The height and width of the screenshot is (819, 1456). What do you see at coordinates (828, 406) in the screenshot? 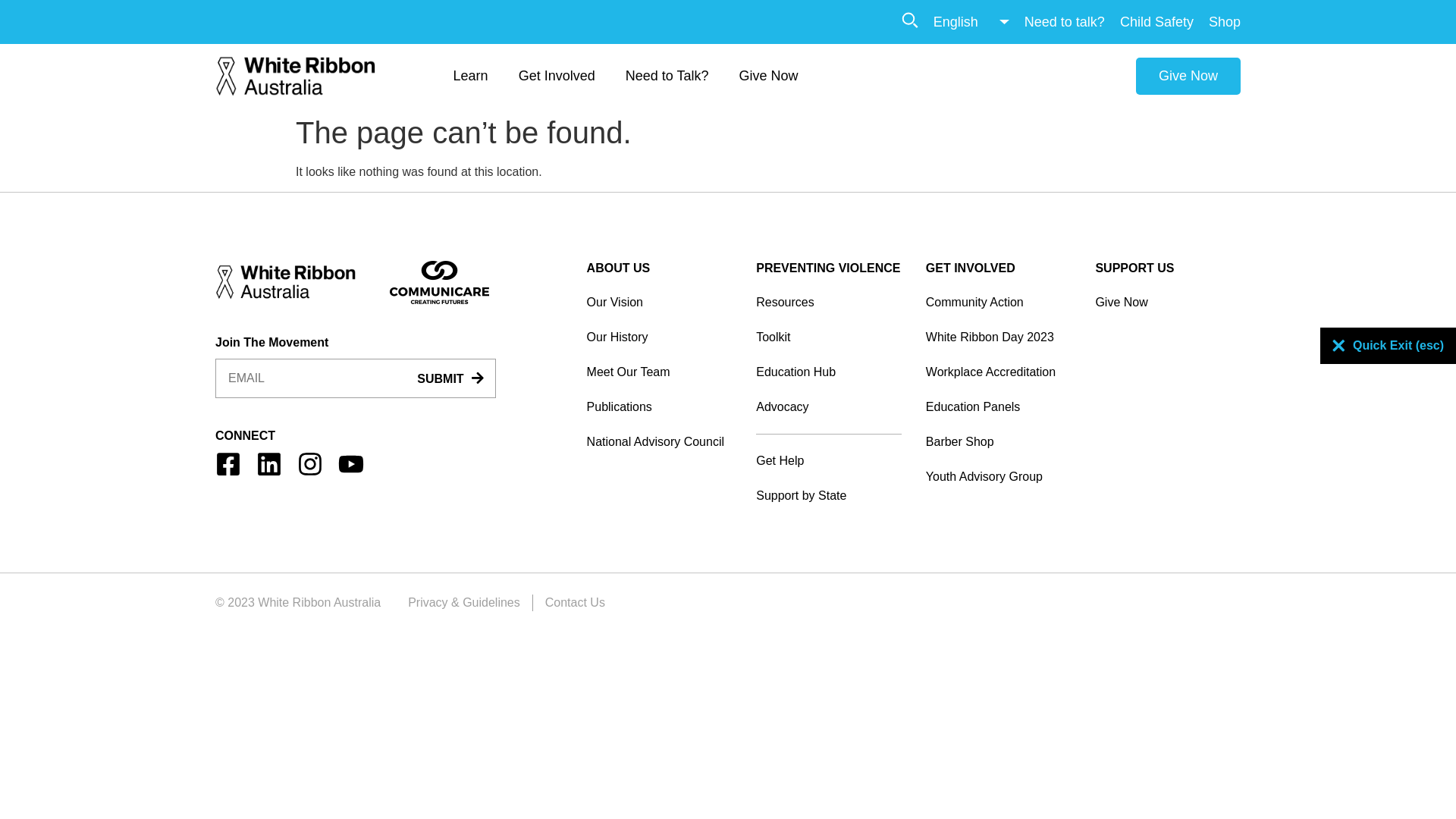
I see `'Advocacy'` at bounding box center [828, 406].